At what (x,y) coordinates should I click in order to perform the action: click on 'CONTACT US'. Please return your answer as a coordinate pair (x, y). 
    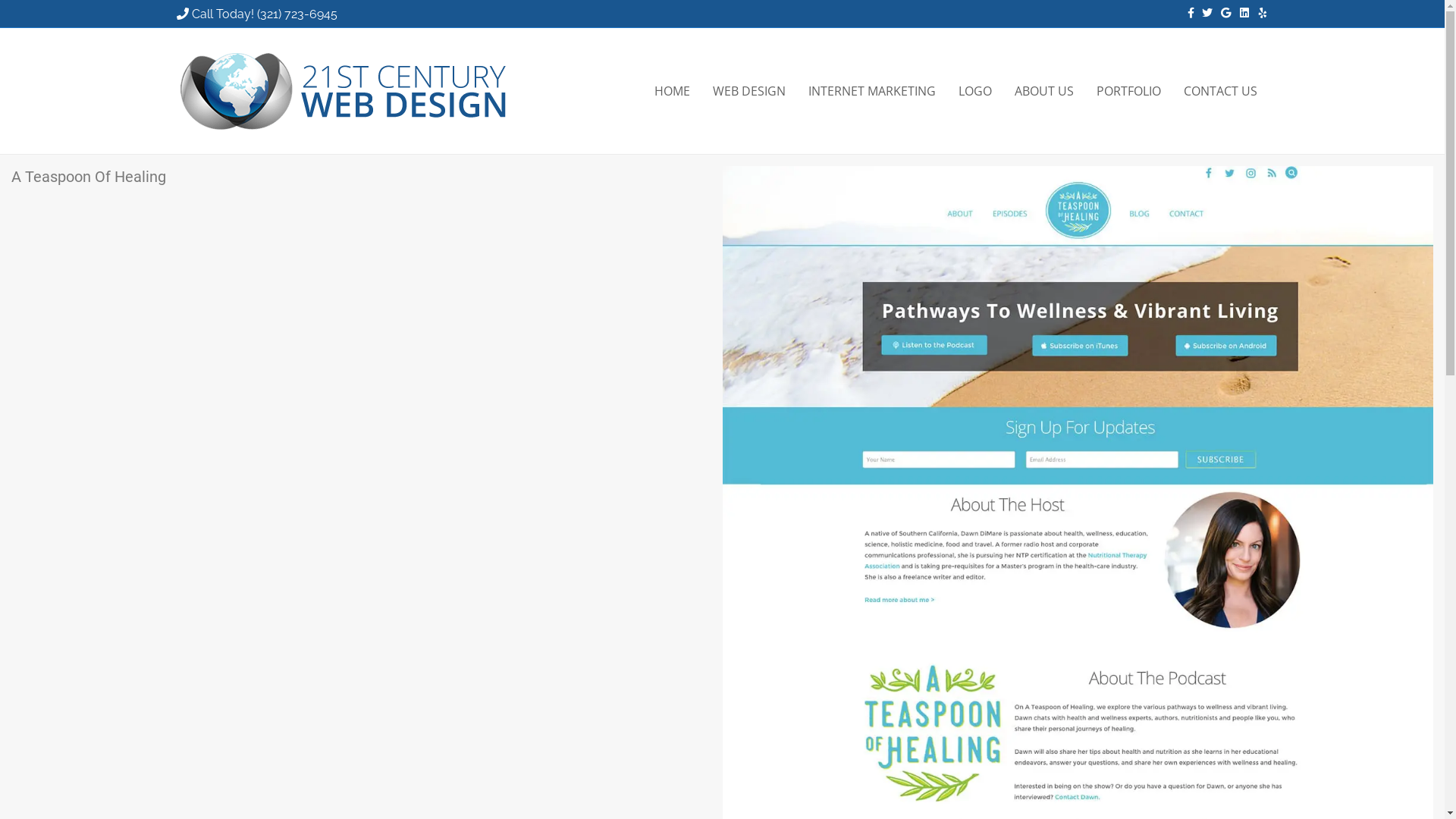
    Looking at the image, I should click on (1220, 90).